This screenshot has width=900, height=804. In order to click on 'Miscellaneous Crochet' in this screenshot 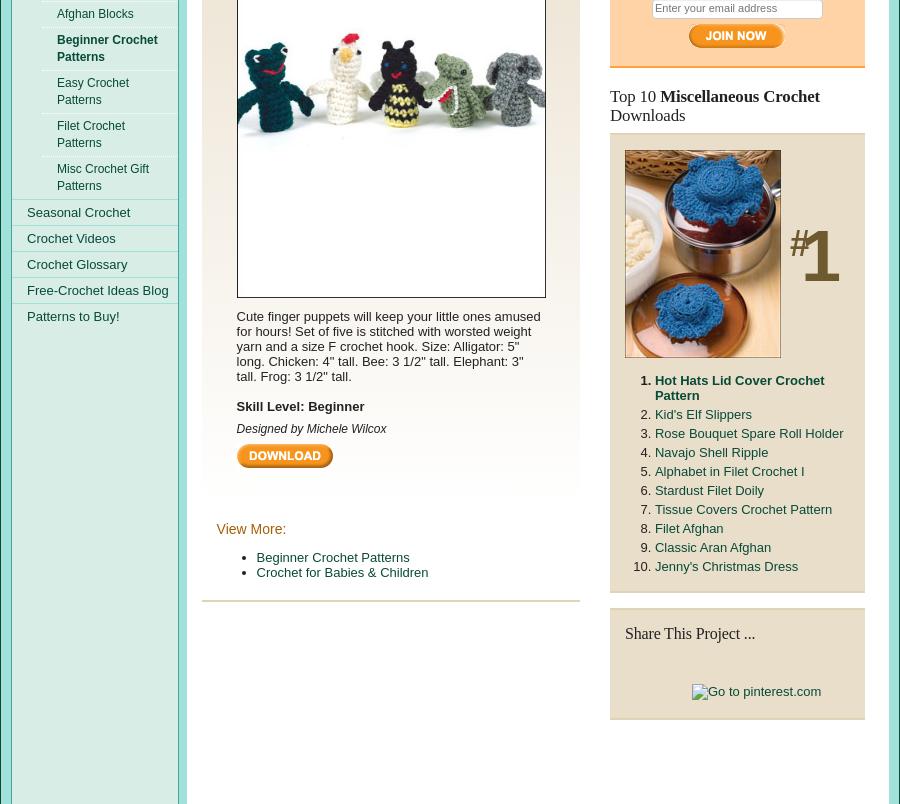, I will do `click(738, 95)`.